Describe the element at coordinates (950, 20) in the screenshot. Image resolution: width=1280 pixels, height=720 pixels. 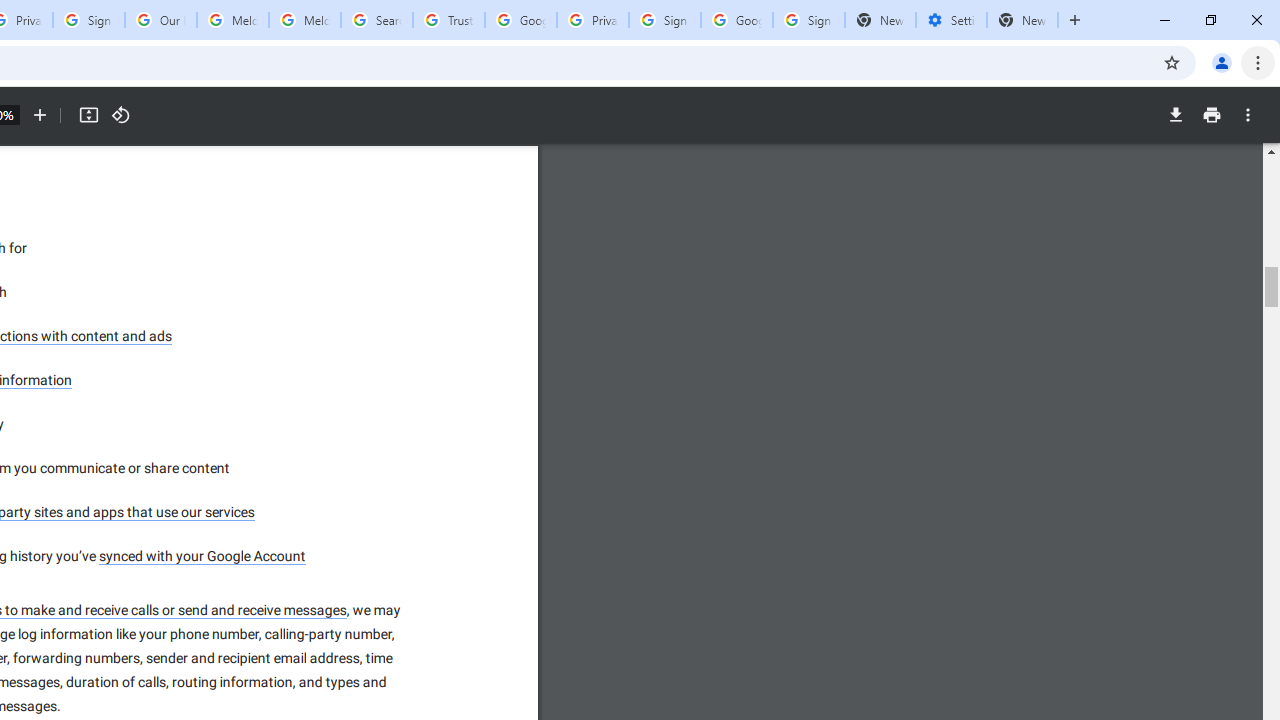
I see `'Settings - Addresses and more'` at that location.